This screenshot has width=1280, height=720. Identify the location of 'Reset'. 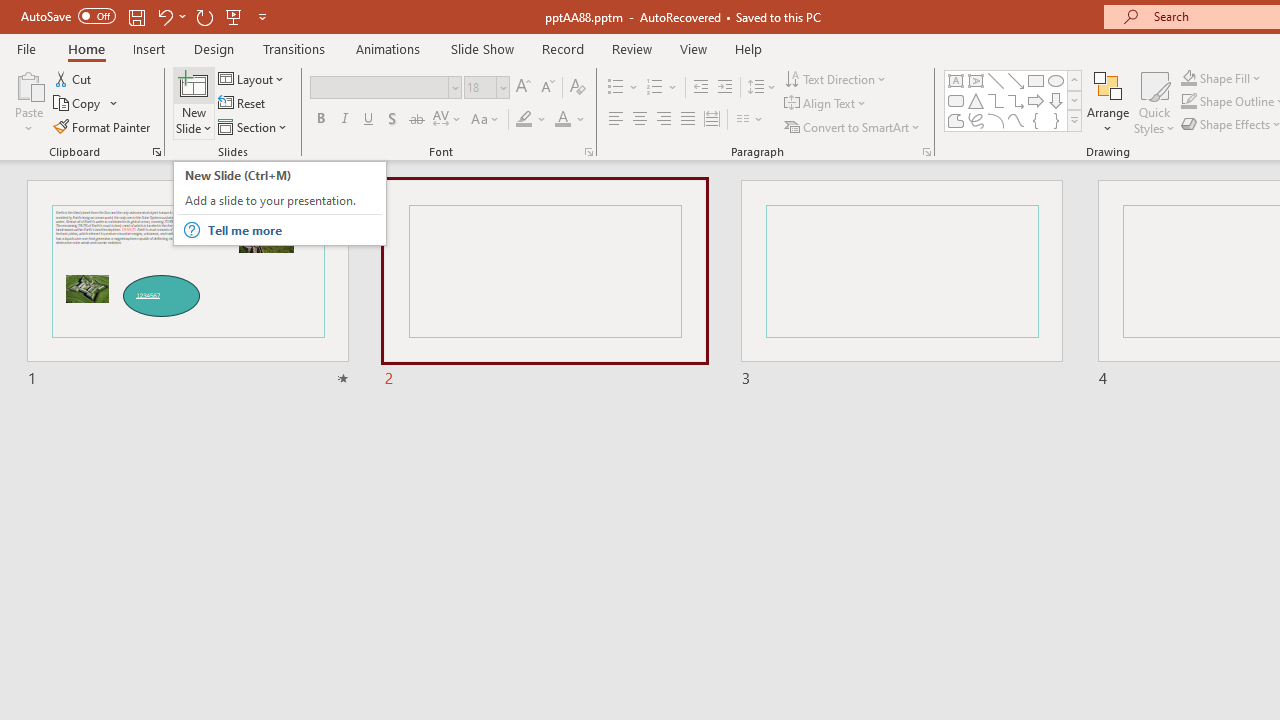
(242, 103).